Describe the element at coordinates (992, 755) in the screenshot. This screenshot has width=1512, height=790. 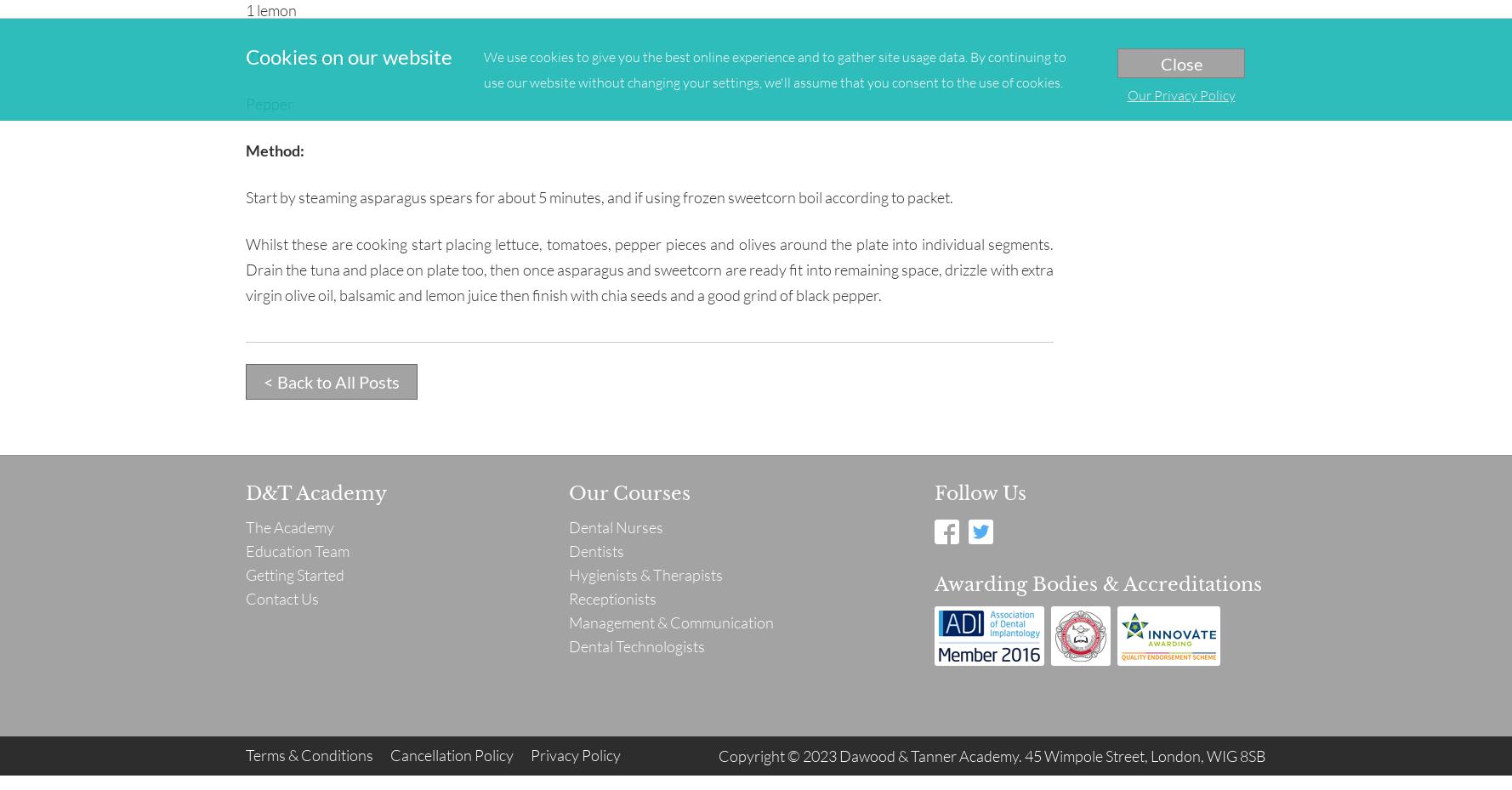
I see `'Copyright © 2023 Dawood & Tanner Academy. 45 Wimpole Street, London, WIG 8SB'` at that location.